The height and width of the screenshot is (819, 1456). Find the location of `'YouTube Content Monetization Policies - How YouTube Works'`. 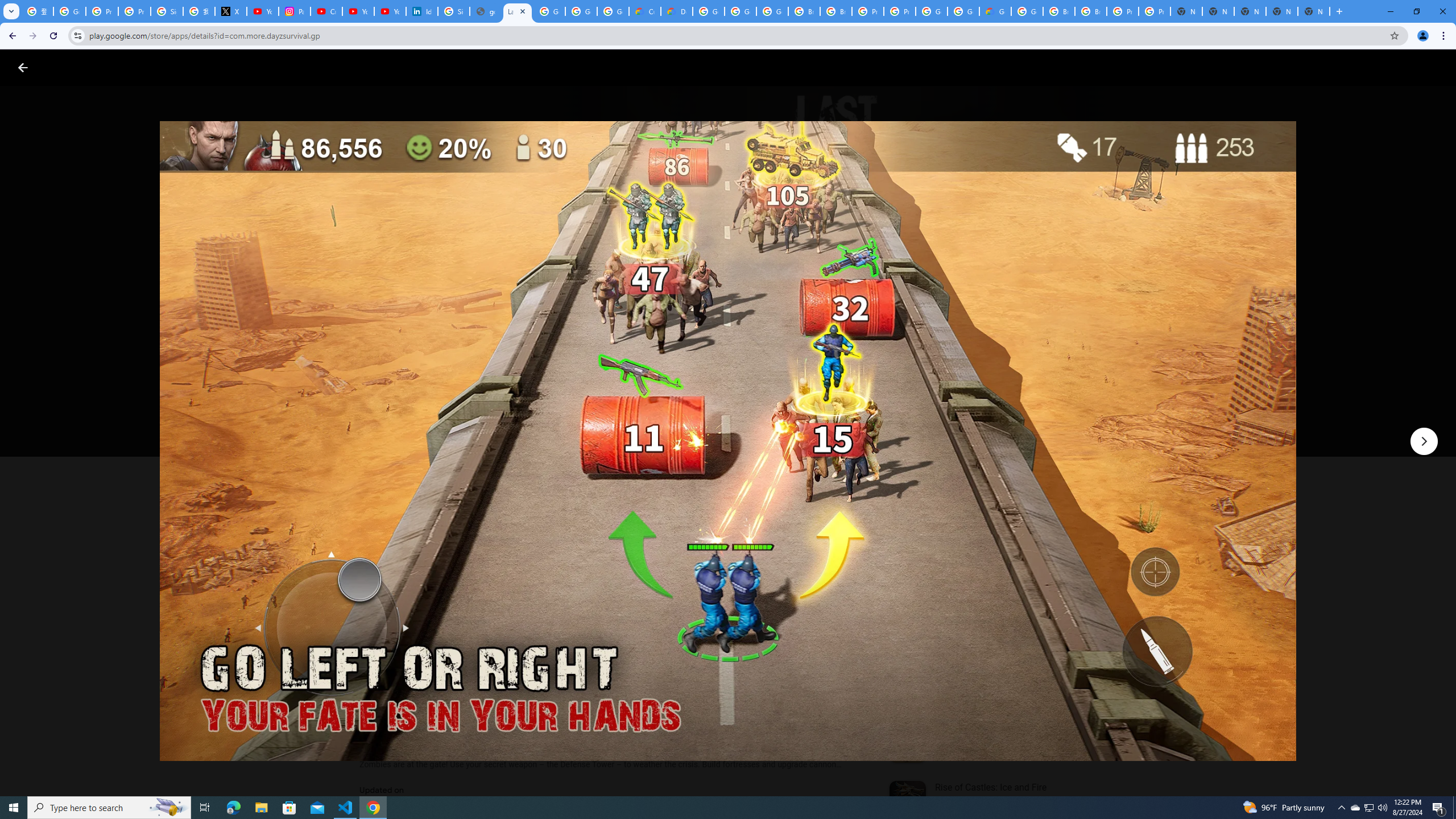

'YouTube Content Monetization Policies - How YouTube Works' is located at coordinates (262, 11).